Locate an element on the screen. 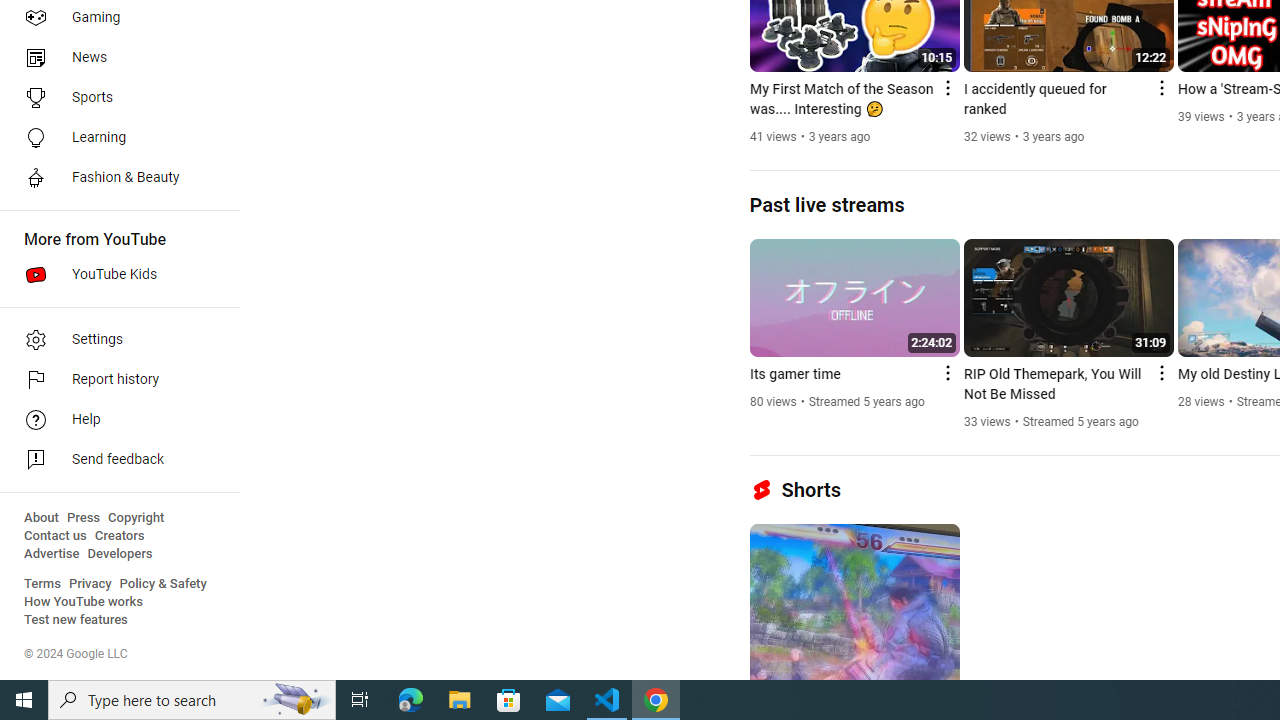 This screenshot has width=1280, height=720. 'Report history' is located at coordinates (112, 380).